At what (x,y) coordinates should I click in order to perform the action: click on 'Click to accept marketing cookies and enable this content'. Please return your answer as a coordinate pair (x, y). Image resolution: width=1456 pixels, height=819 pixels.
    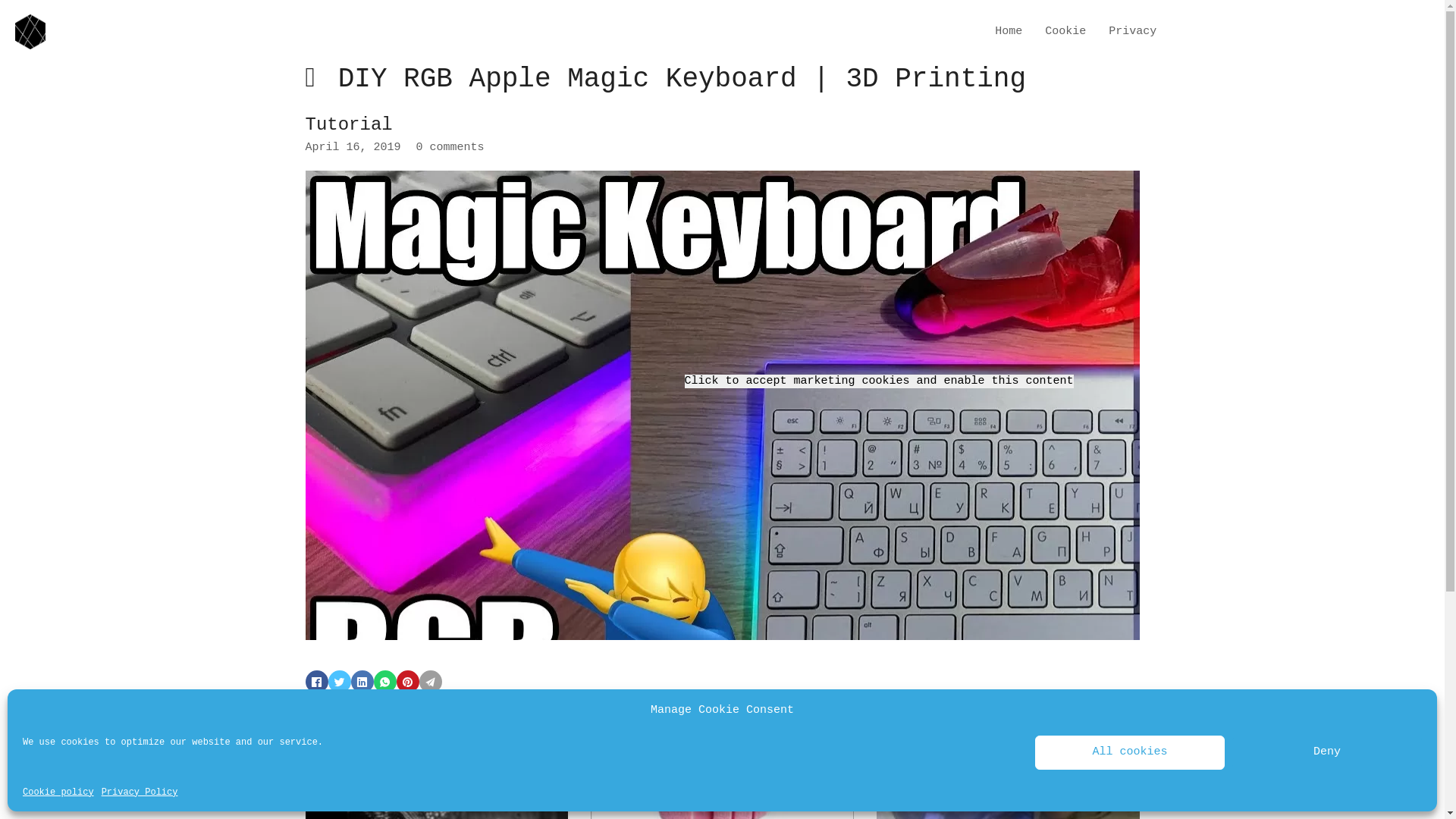
    Looking at the image, I should click on (878, 380).